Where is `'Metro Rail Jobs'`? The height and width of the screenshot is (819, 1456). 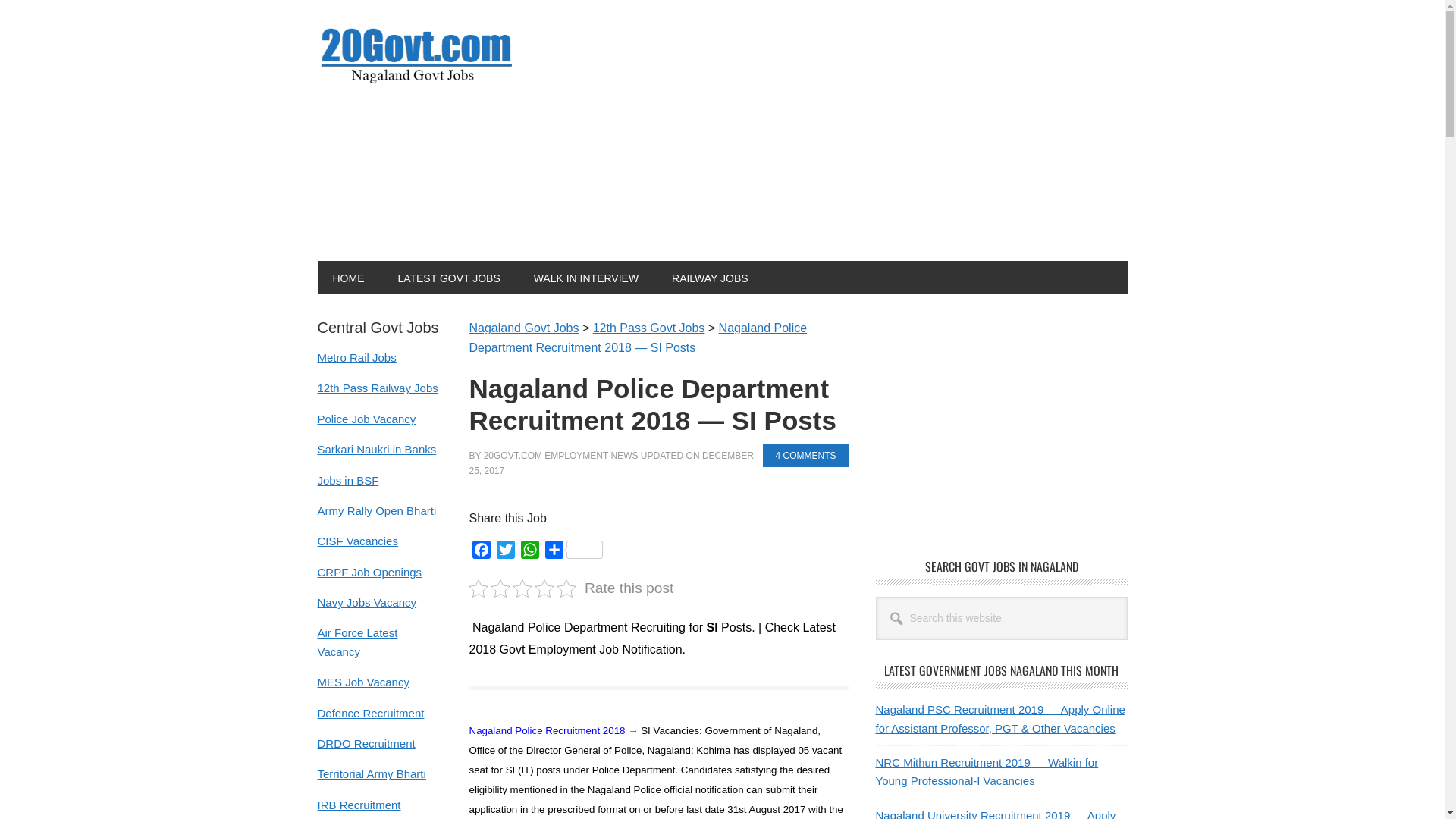 'Metro Rail Jobs' is located at coordinates (356, 357).